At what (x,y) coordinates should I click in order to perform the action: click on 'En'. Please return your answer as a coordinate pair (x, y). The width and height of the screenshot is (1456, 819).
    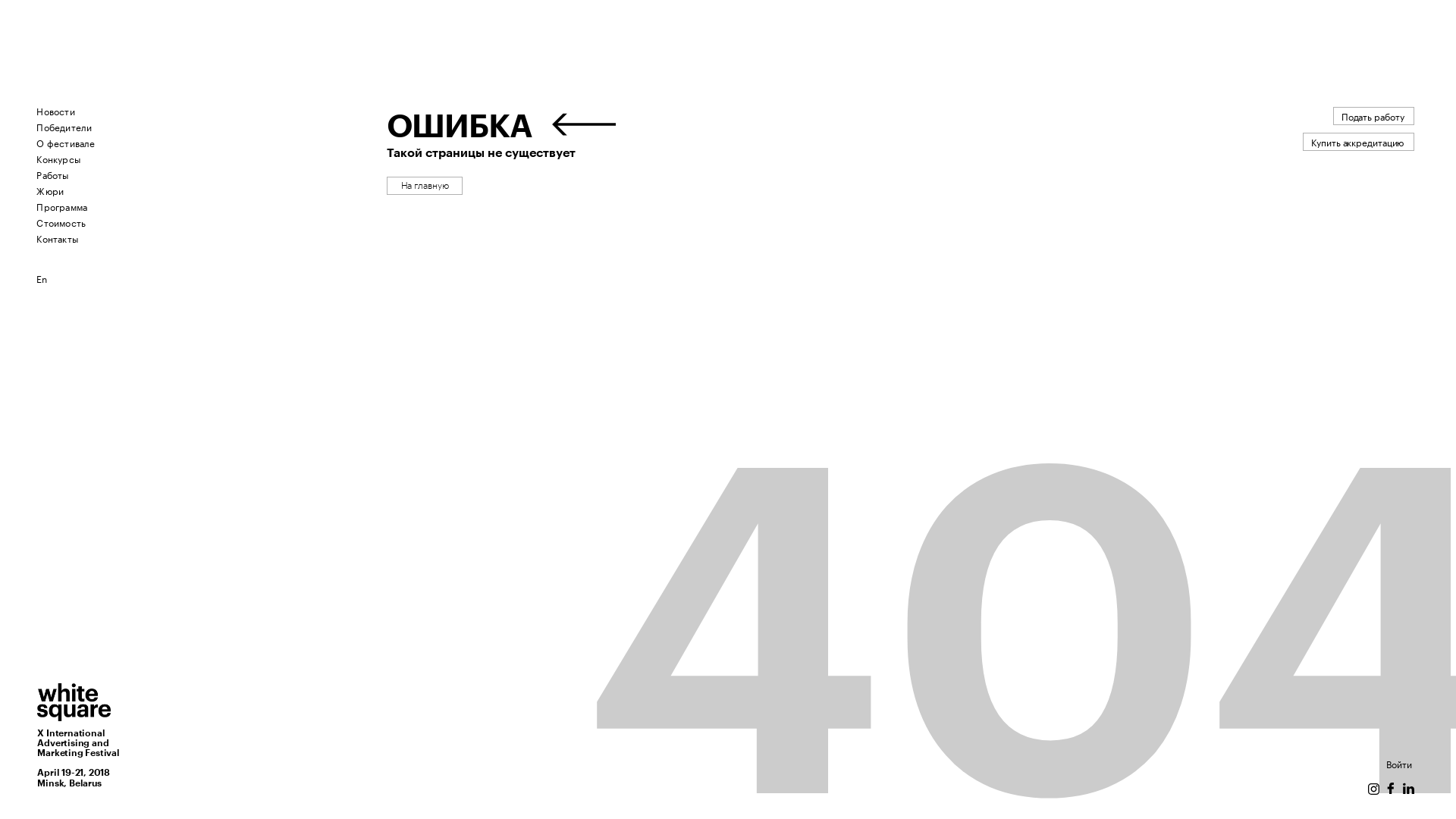
    Looking at the image, I should click on (36, 278).